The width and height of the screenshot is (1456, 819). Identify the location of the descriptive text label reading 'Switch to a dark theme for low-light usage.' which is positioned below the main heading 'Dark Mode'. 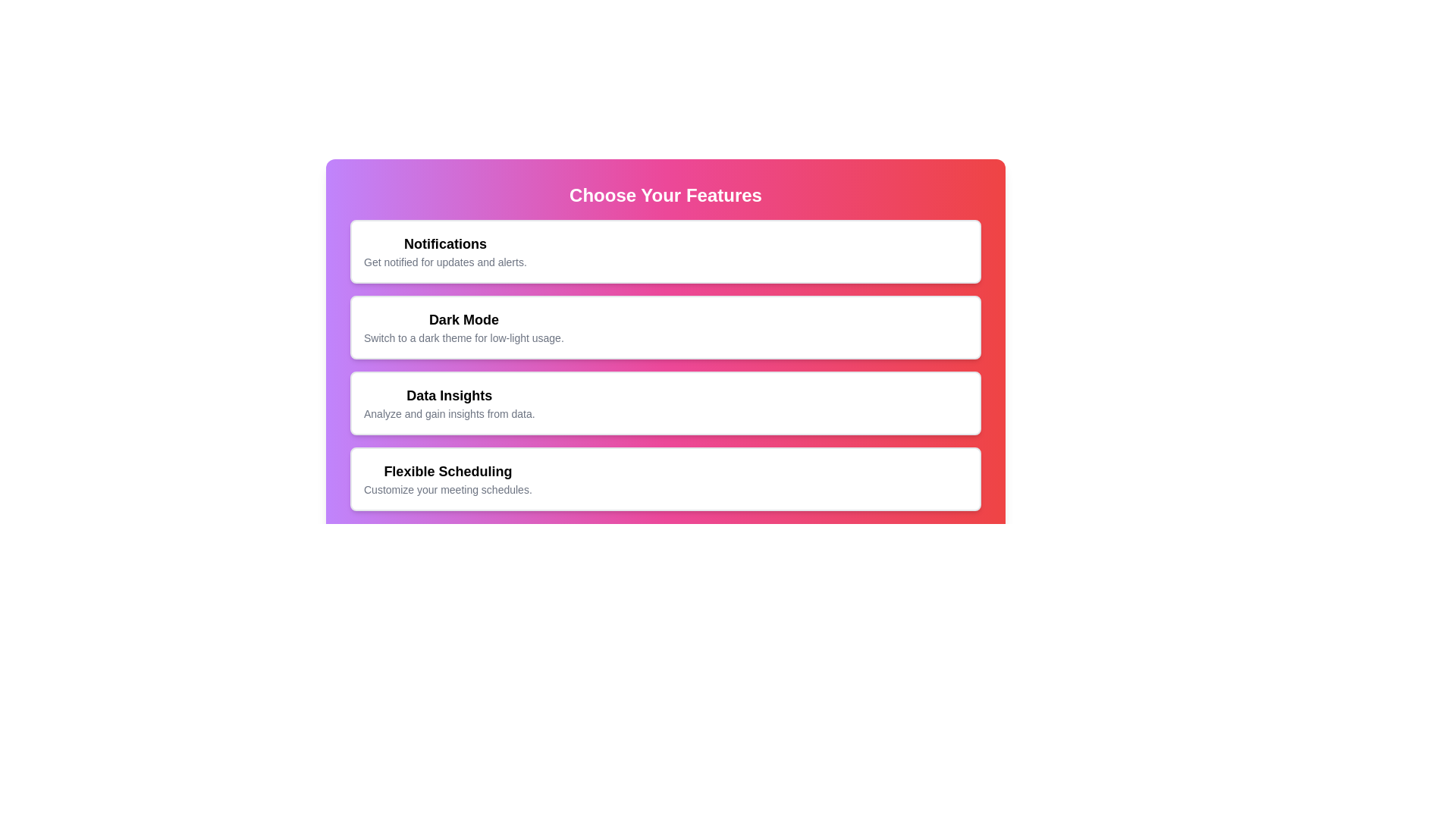
(463, 337).